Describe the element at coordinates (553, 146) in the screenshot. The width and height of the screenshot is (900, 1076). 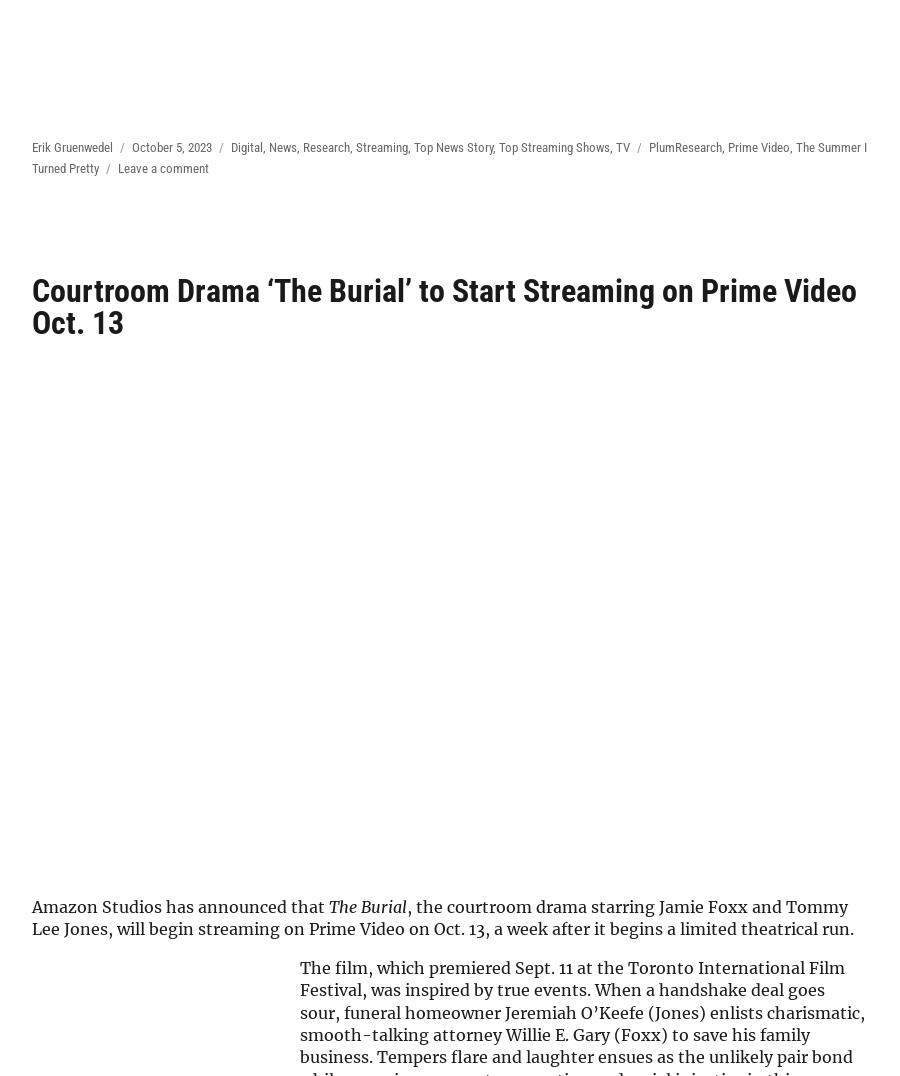
I see `'Top Streaming Shows'` at that location.